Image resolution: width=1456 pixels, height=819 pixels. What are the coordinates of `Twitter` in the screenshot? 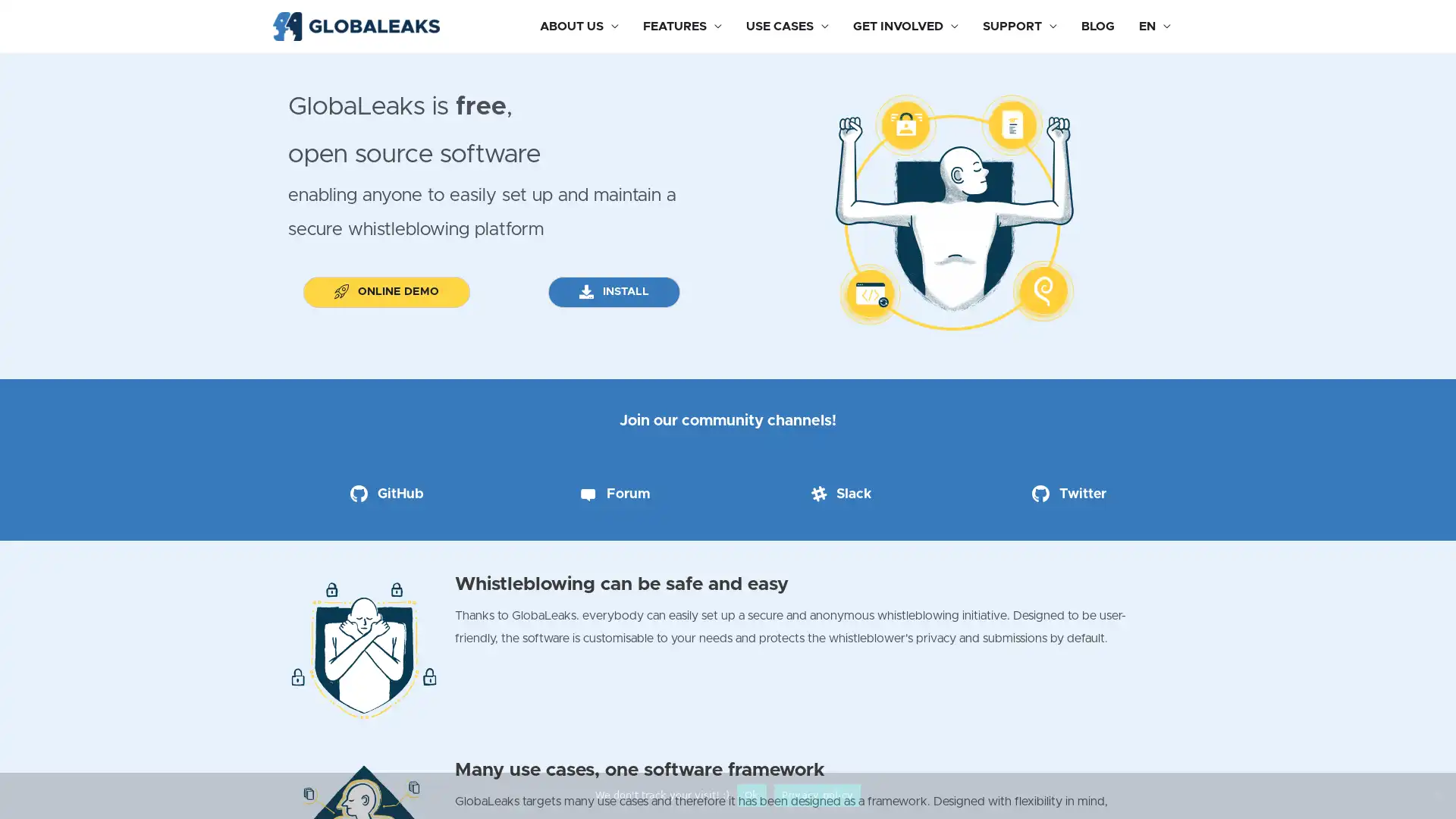 It's located at (1068, 494).